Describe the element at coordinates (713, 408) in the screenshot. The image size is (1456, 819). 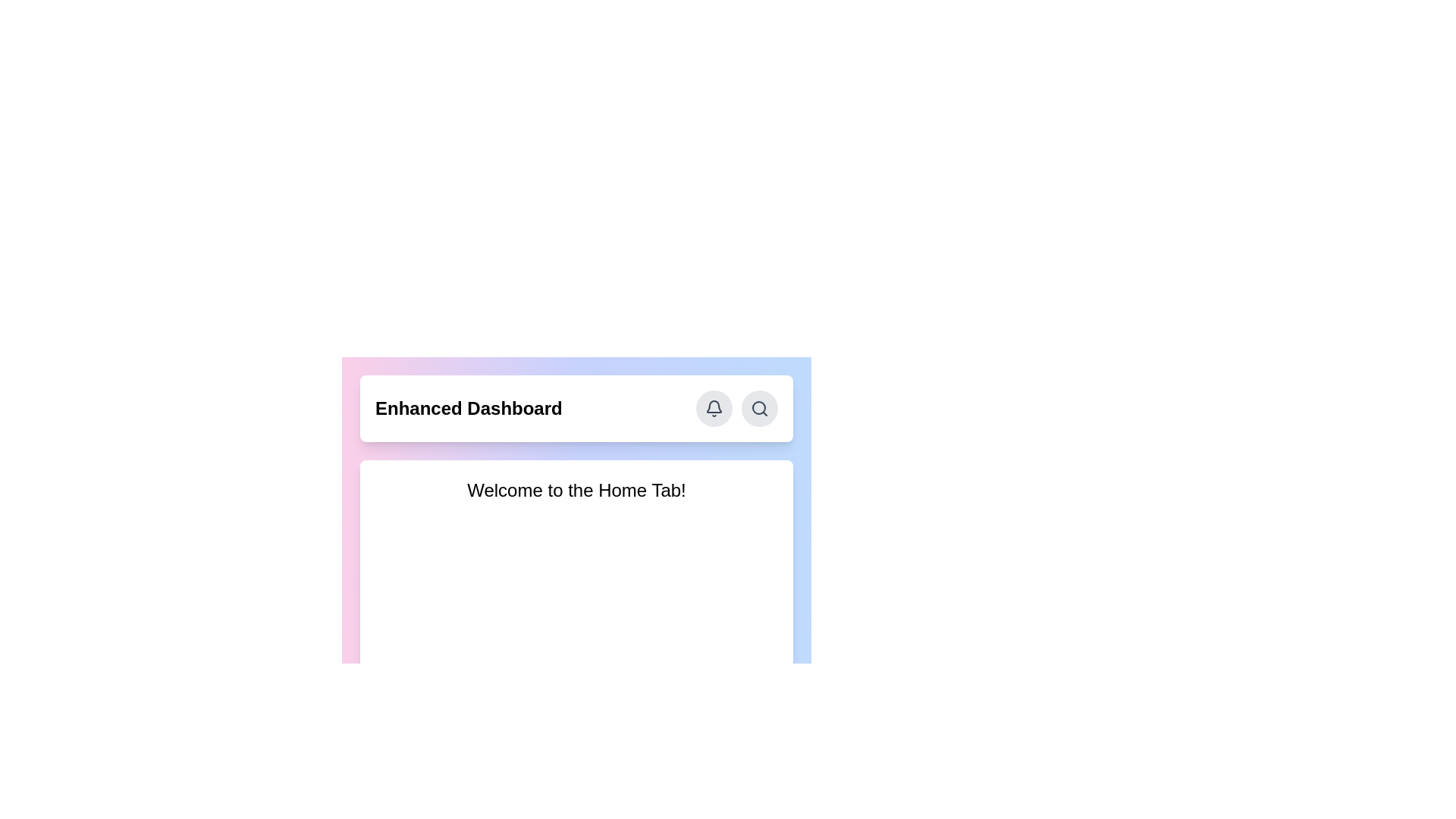
I see `the circular button with a gray background and a bell icon located in the top-right section of the header area to possibly see a tooltip or animation` at that location.